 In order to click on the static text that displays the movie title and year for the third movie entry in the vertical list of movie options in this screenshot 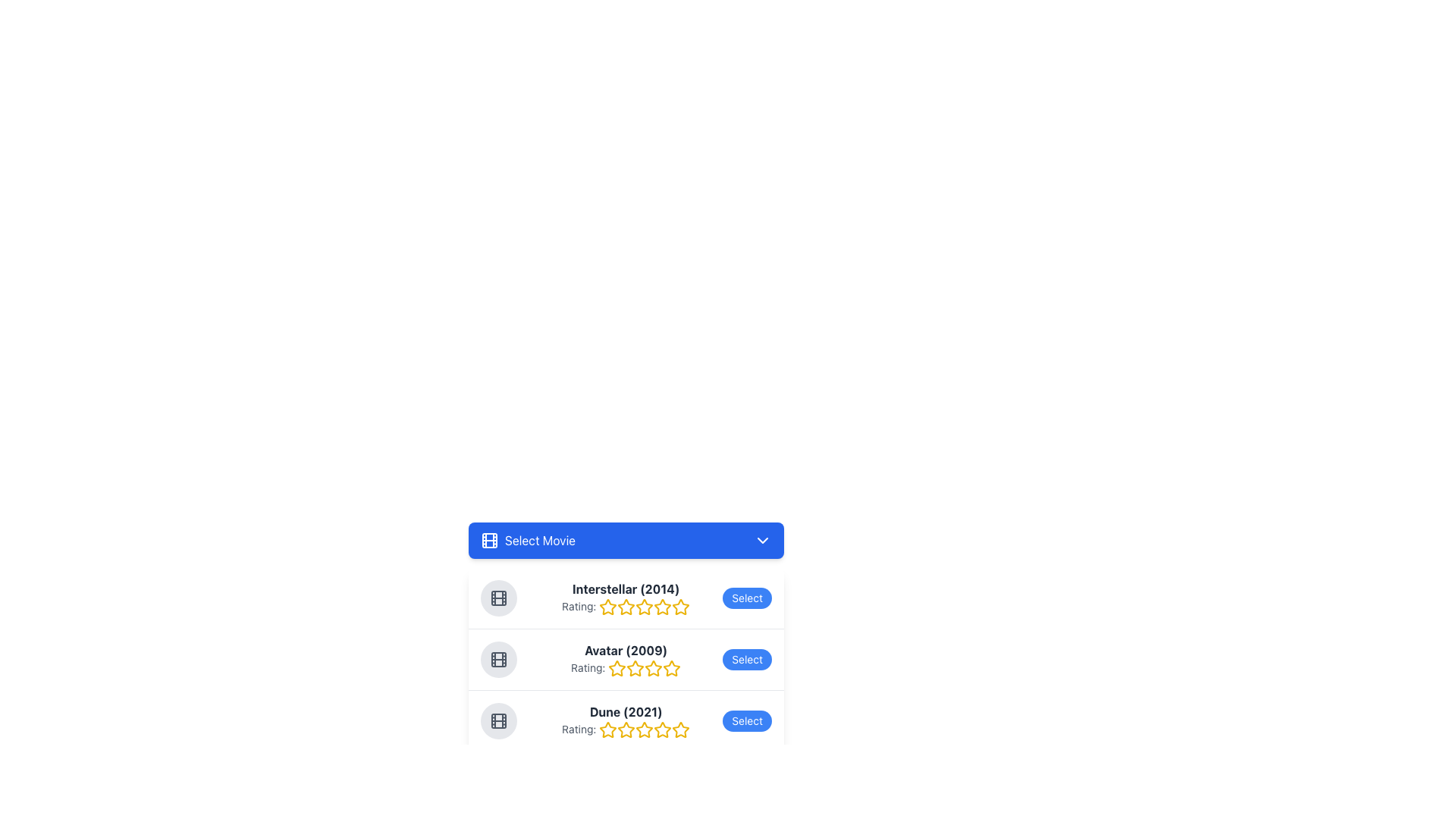, I will do `click(626, 711)`.